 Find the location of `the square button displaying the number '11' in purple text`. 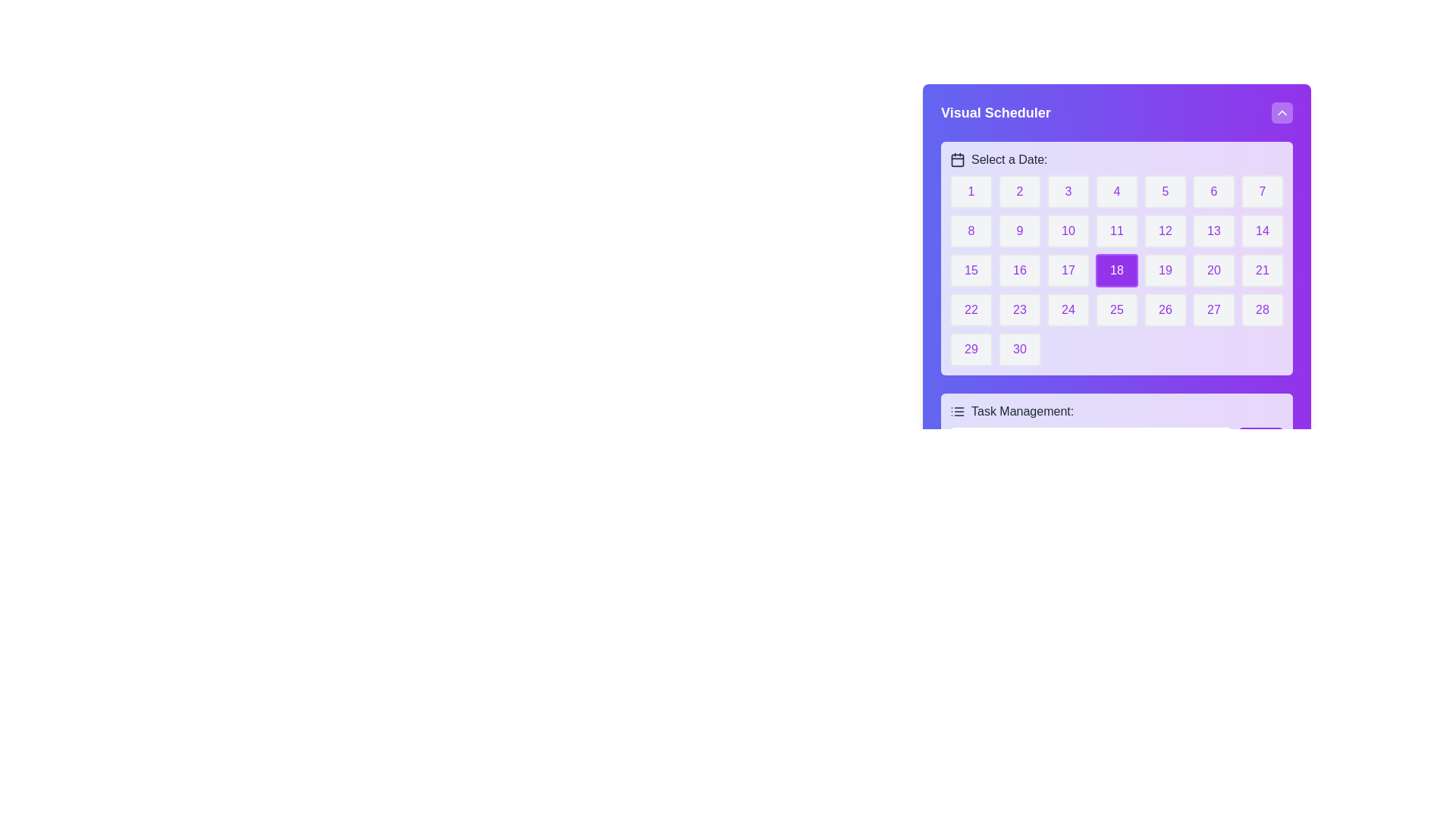

the square button displaying the number '11' in purple text is located at coordinates (1117, 231).